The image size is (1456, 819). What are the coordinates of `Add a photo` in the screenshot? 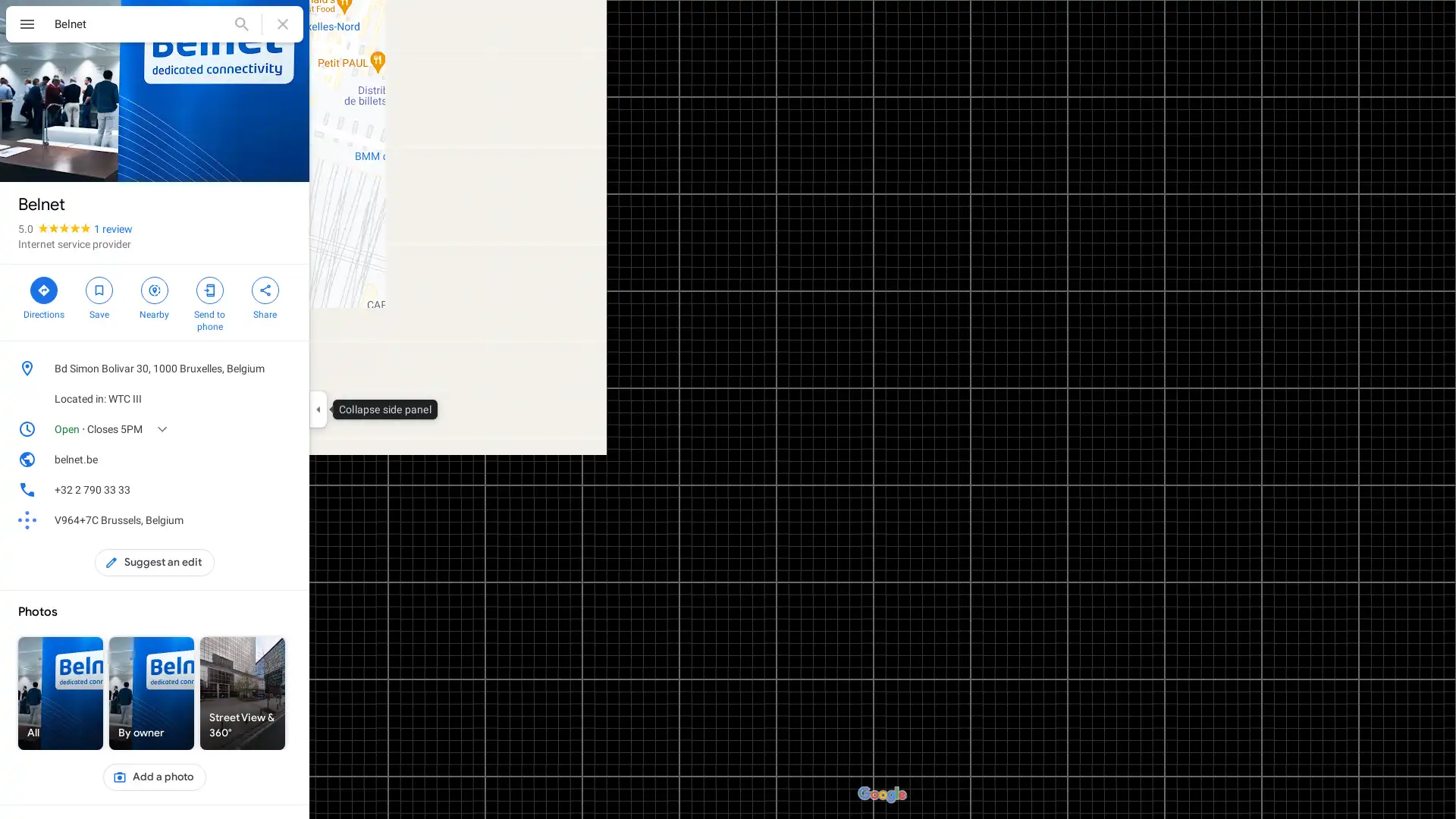 It's located at (154, 777).